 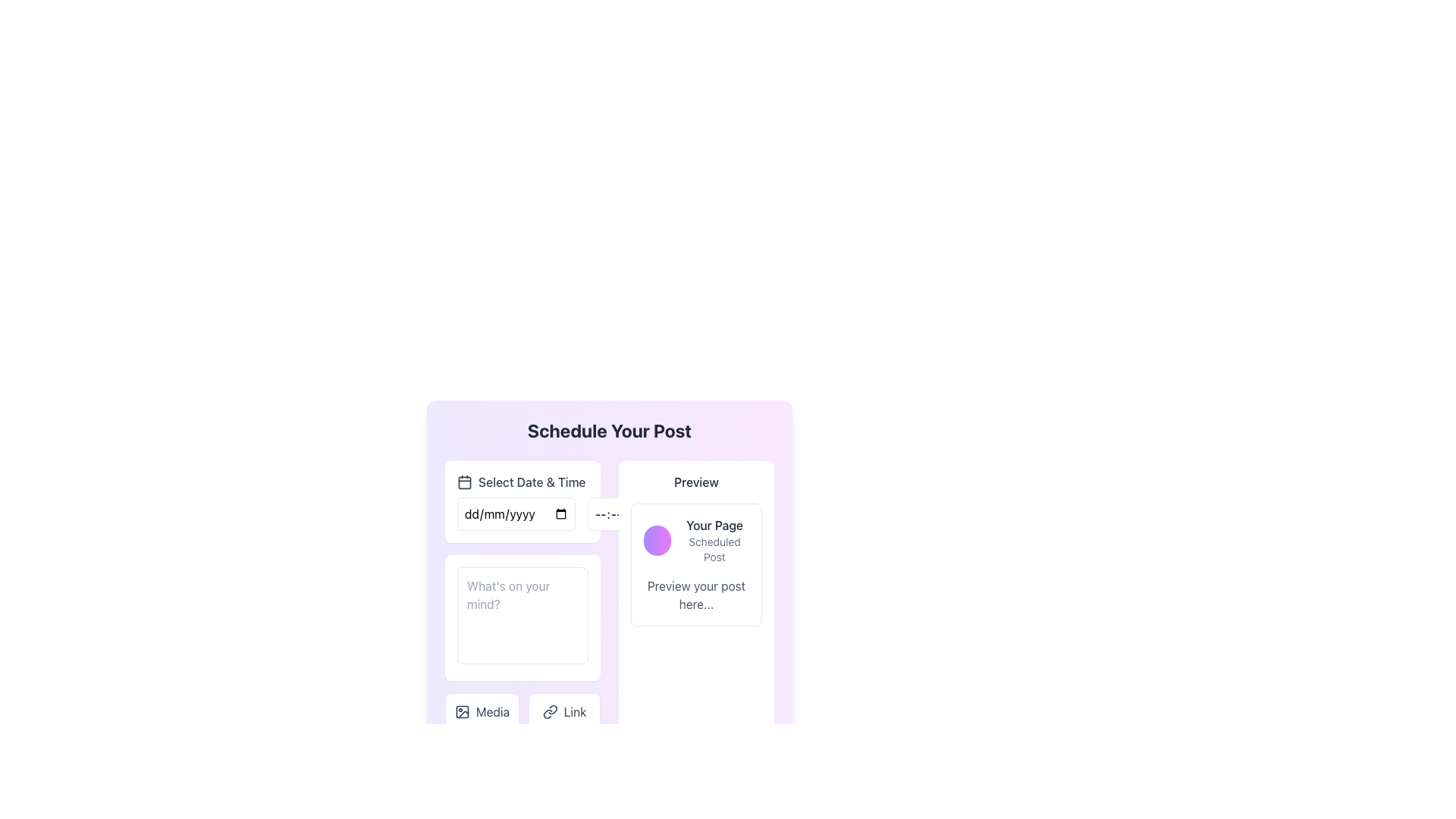 I want to click on the time input field to focus on it and input a time, so click(x=634, y=513).